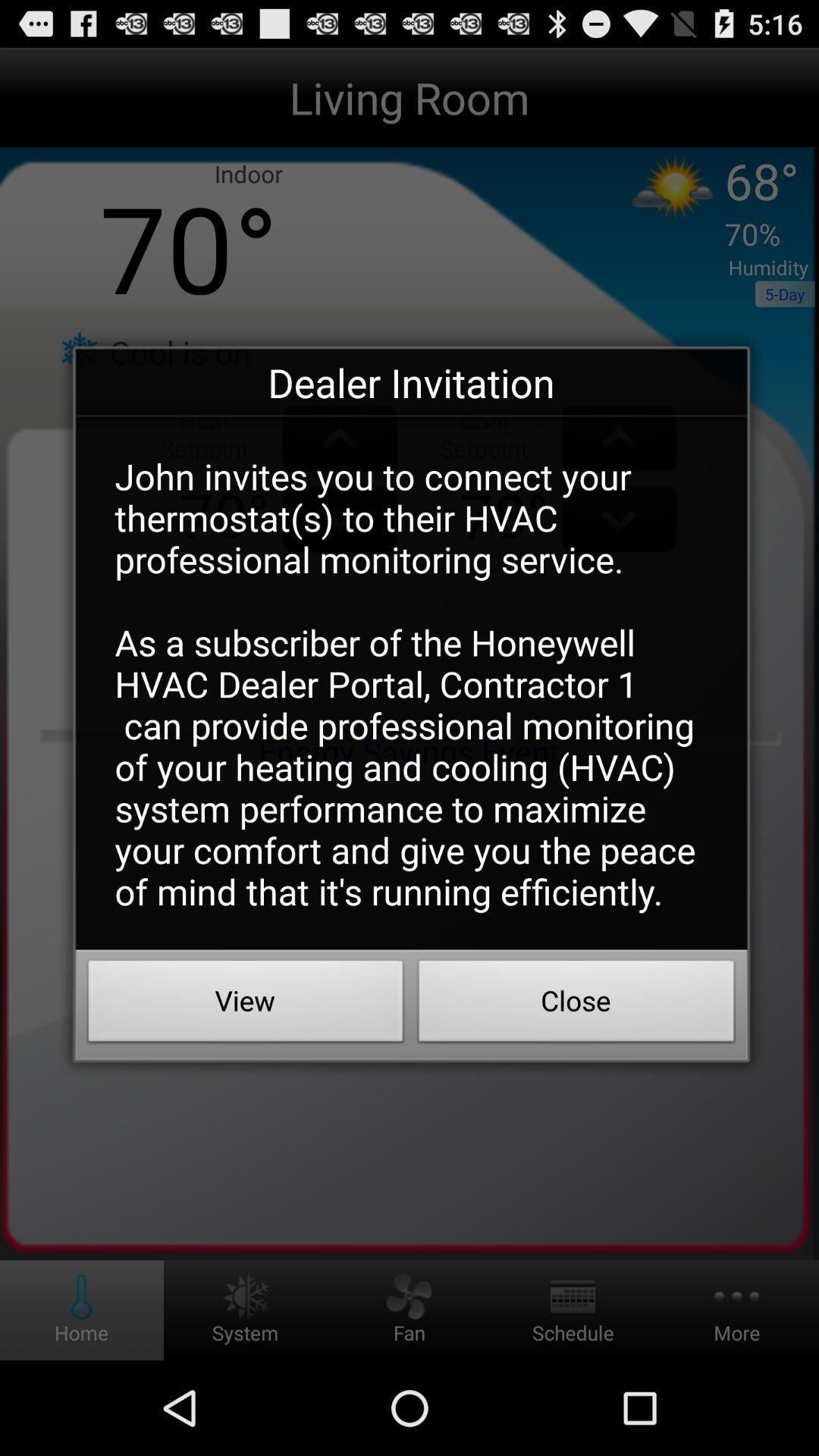  Describe the element at coordinates (576, 1005) in the screenshot. I see `the close button` at that location.